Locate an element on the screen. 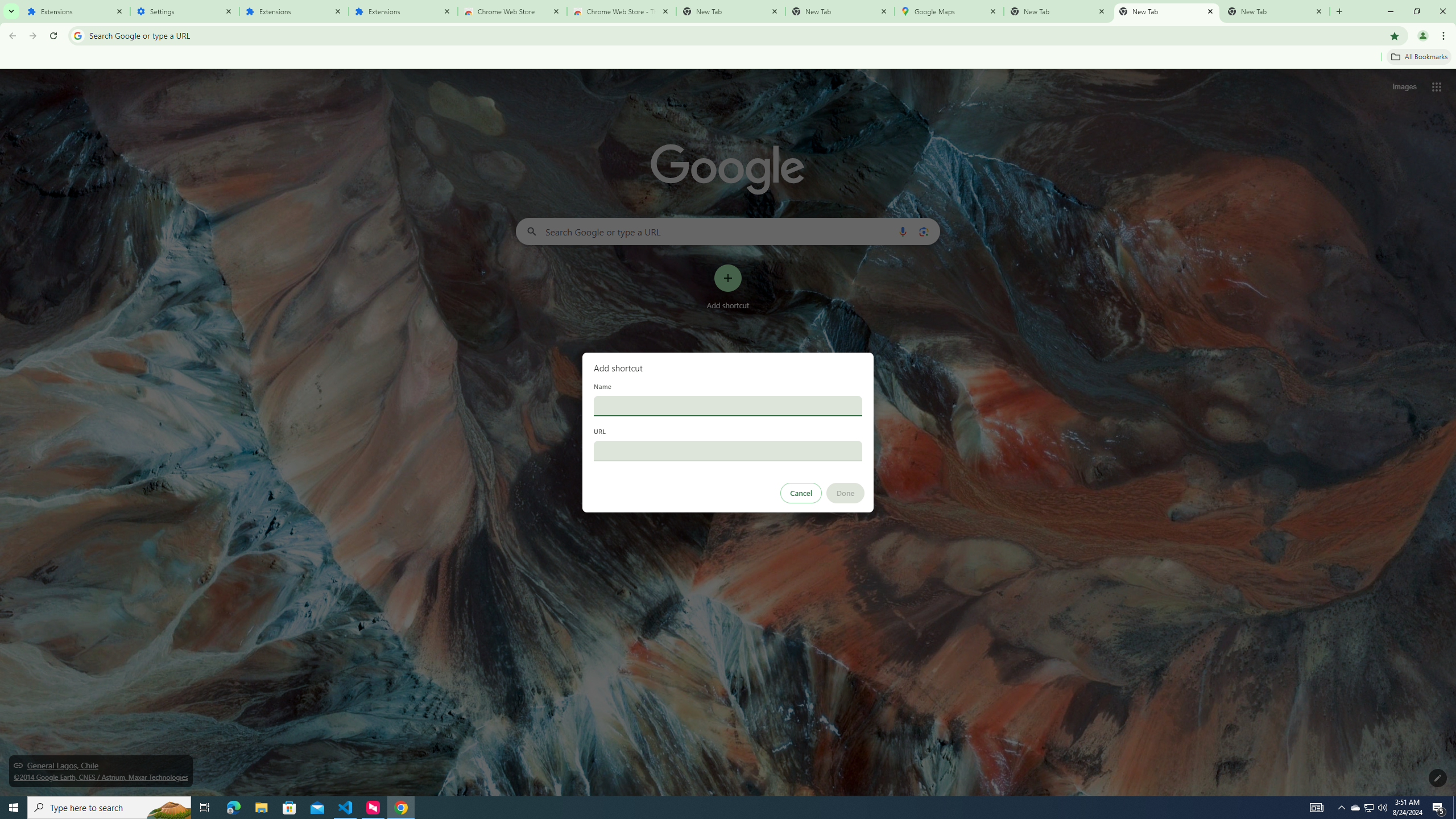 Image resolution: width=1456 pixels, height=819 pixels. 'Name' is located at coordinates (728, 405).